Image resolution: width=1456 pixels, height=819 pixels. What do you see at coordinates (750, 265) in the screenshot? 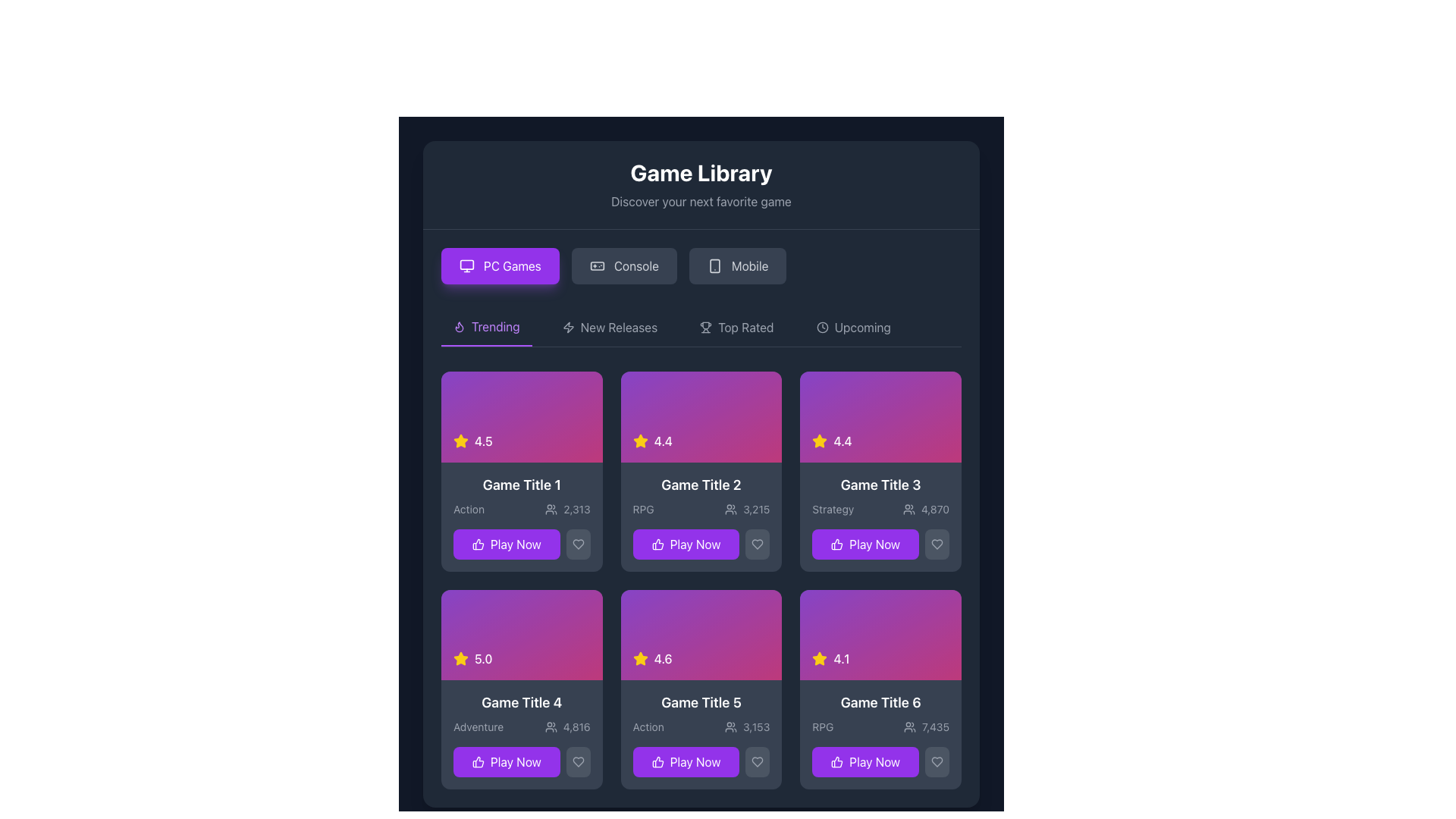
I see `the 'Mobile' category text label` at bounding box center [750, 265].